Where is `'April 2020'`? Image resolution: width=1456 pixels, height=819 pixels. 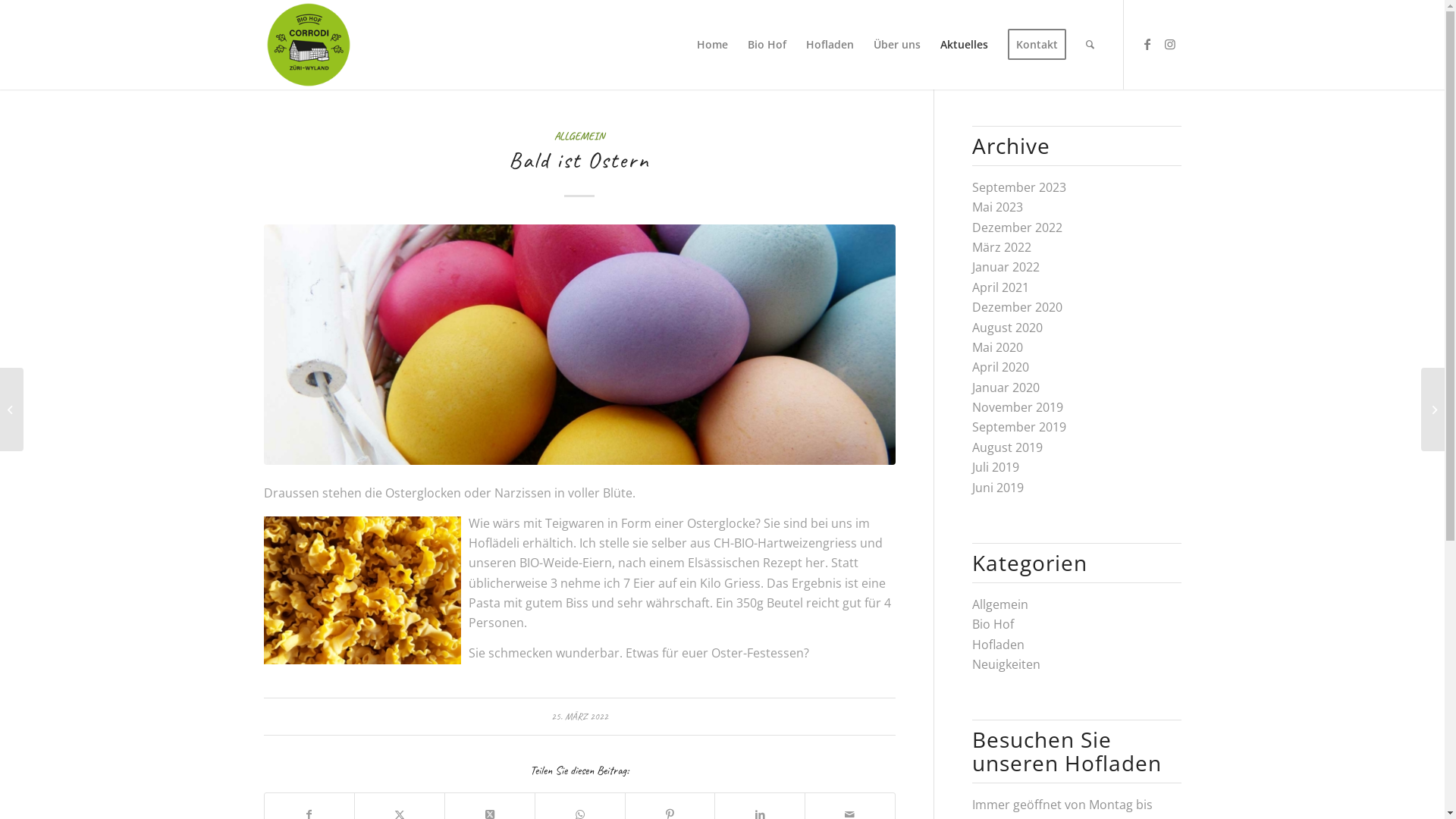 'April 2020' is located at coordinates (971, 366).